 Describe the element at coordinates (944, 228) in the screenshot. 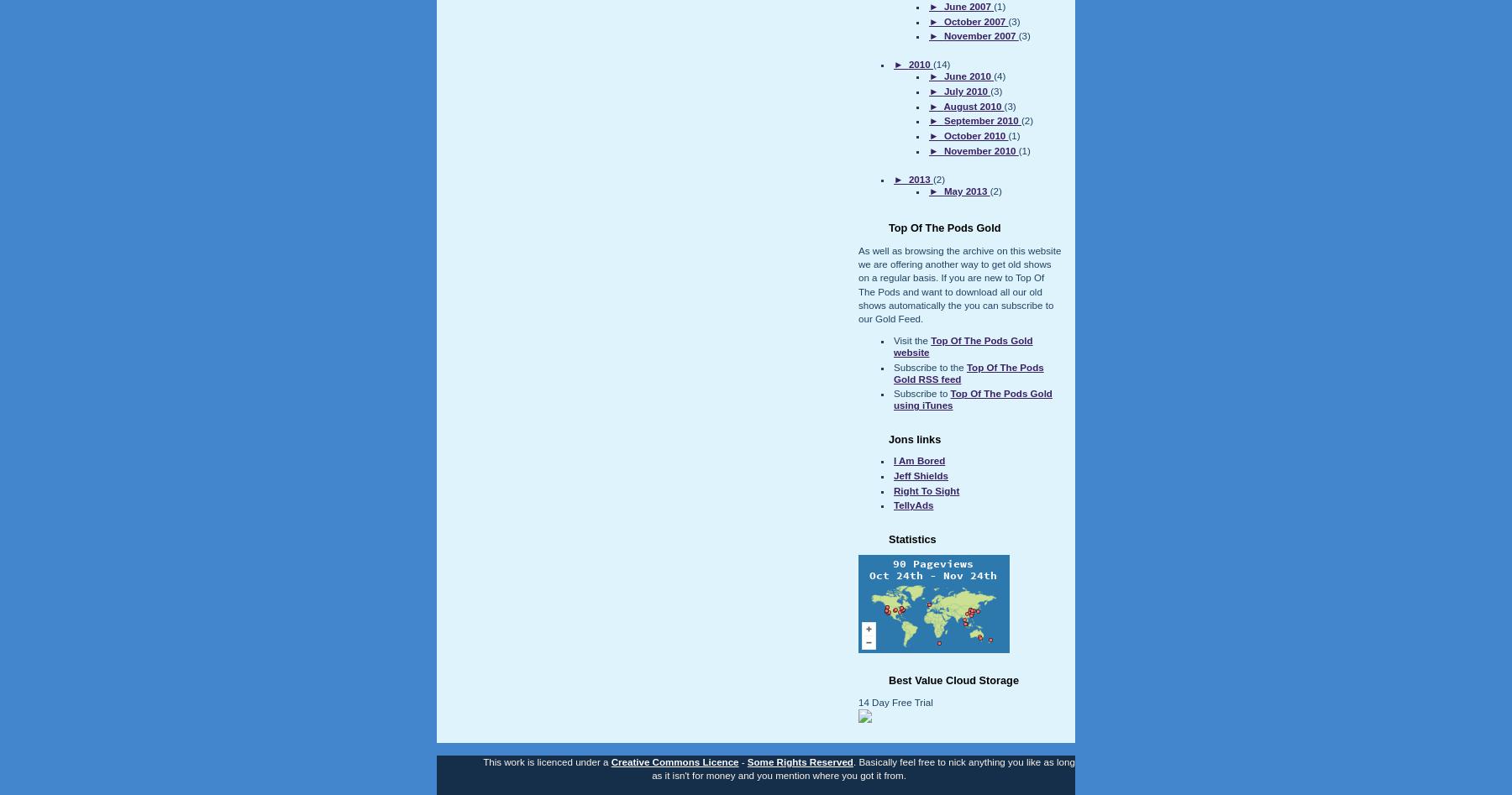

I see `'Top Of The Pods Gold'` at that location.